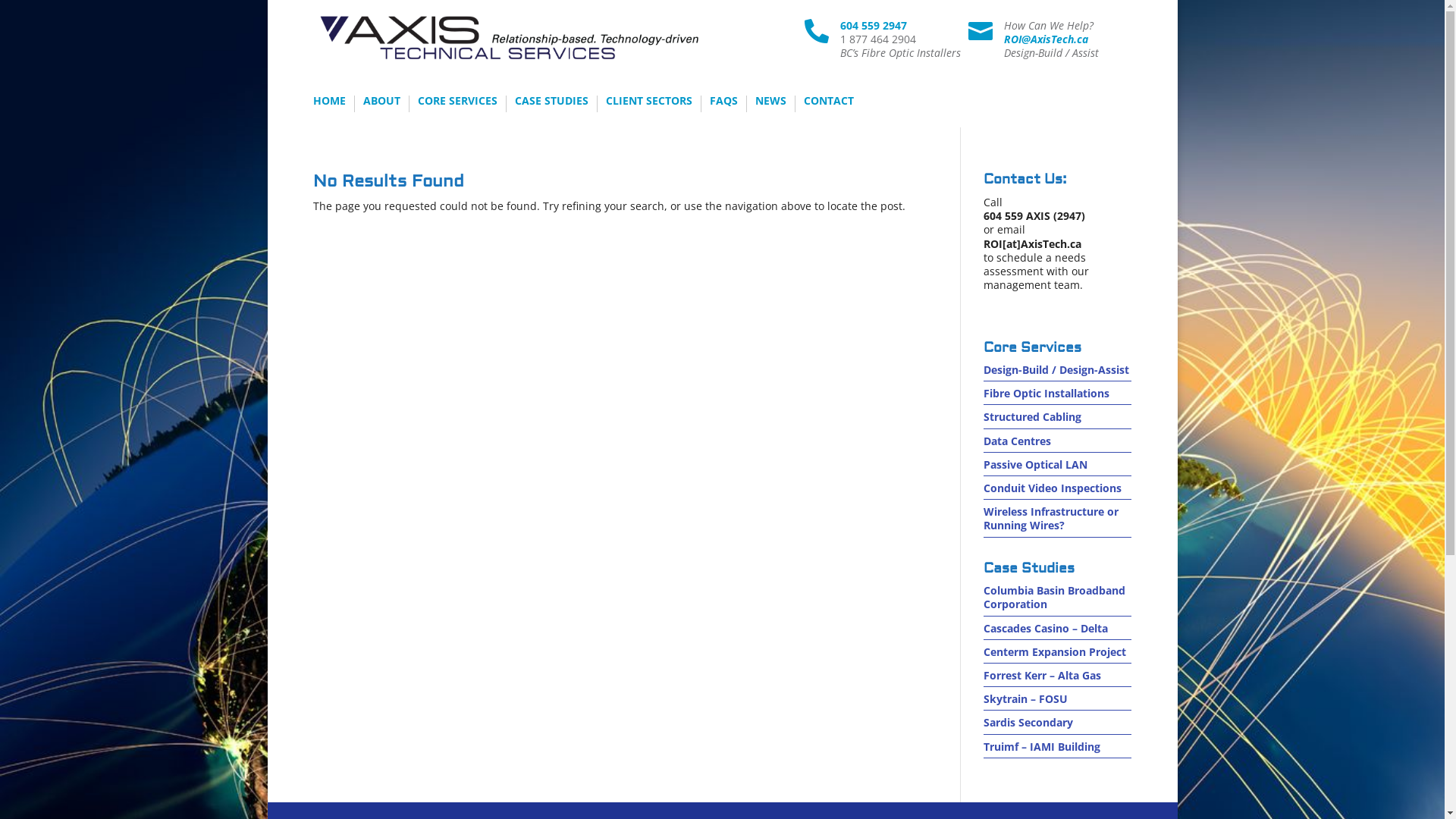  What do you see at coordinates (709, 103) in the screenshot?
I see `'FAQS'` at bounding box center [709, 103].